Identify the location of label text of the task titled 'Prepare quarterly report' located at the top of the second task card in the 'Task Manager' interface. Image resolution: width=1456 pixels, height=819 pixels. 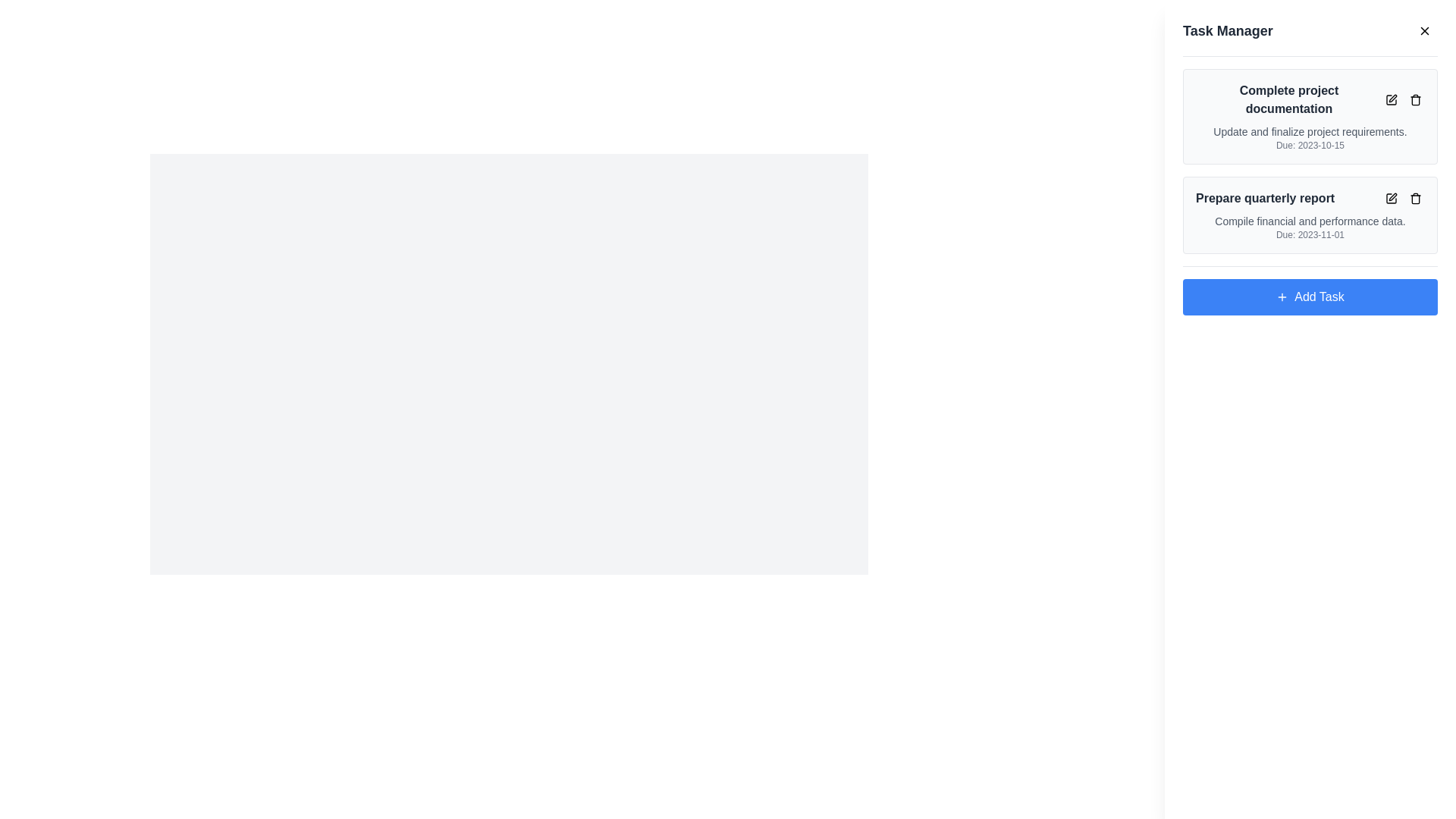
(1310, 198).